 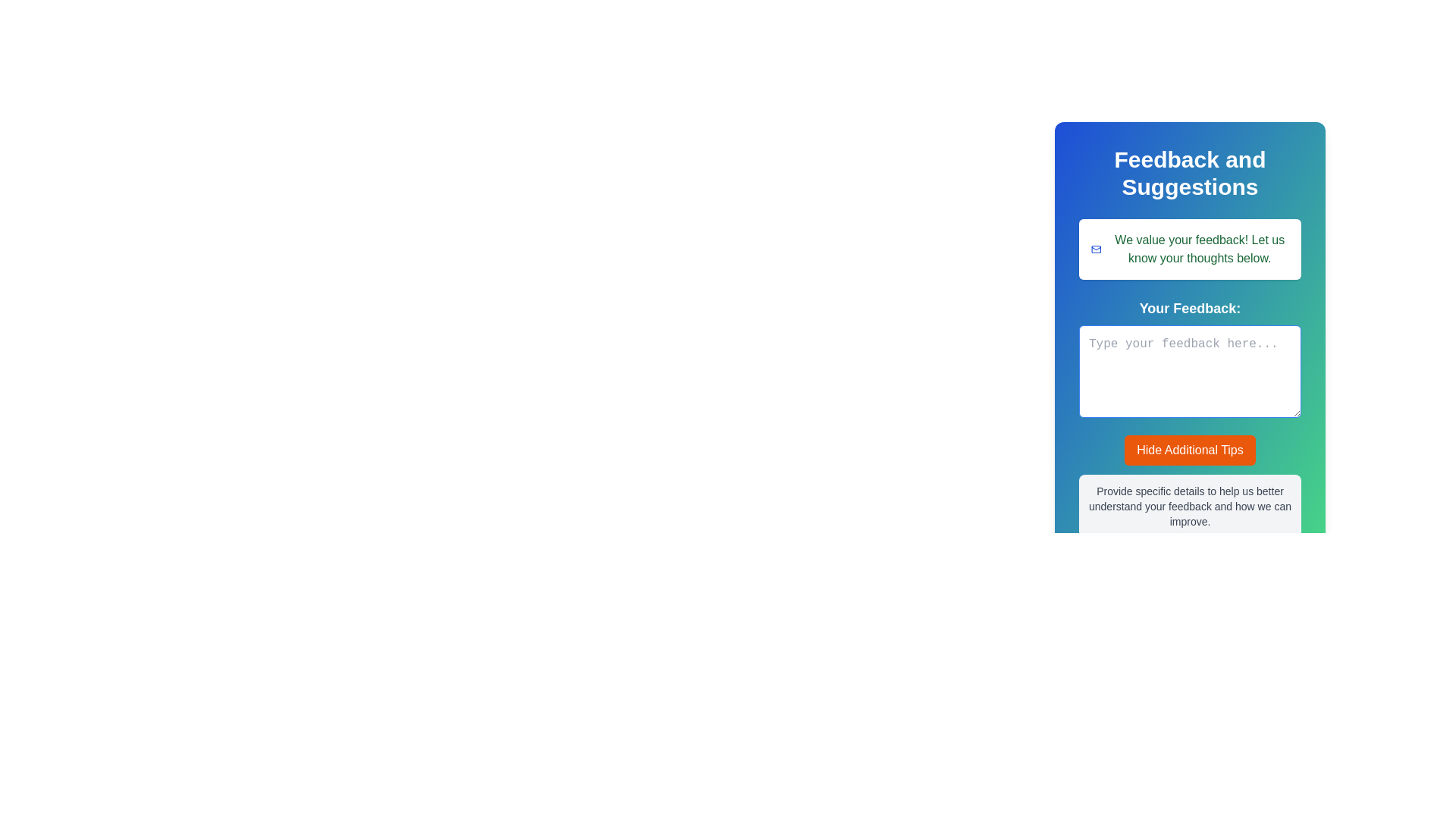 I want to click on the toggle button located centrally within the feedback form, so click(x=1189, y=450).